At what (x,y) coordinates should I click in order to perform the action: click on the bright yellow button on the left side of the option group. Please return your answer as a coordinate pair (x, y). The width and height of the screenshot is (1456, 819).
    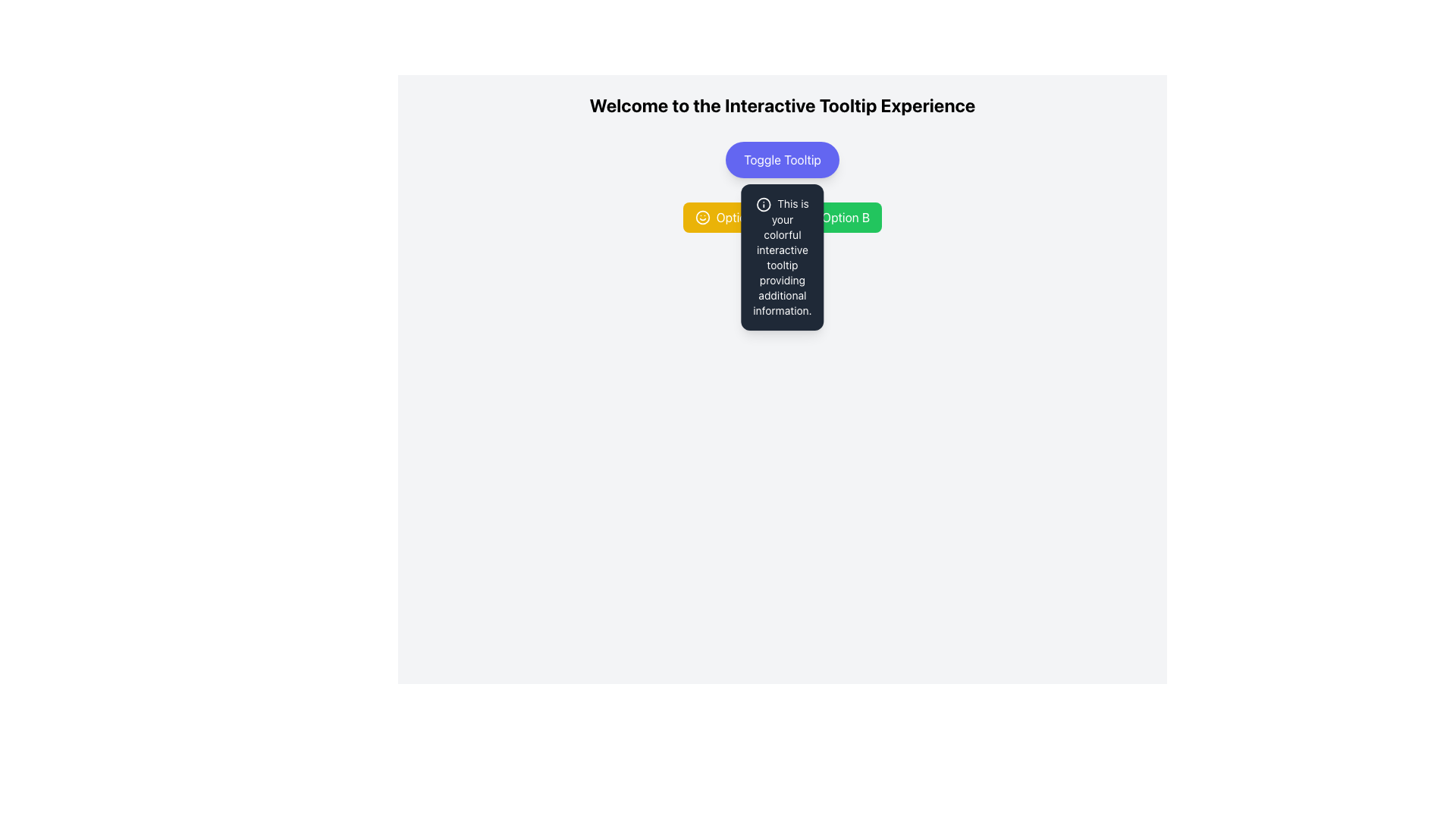
    Looking at the image, I should click on (729, 217).